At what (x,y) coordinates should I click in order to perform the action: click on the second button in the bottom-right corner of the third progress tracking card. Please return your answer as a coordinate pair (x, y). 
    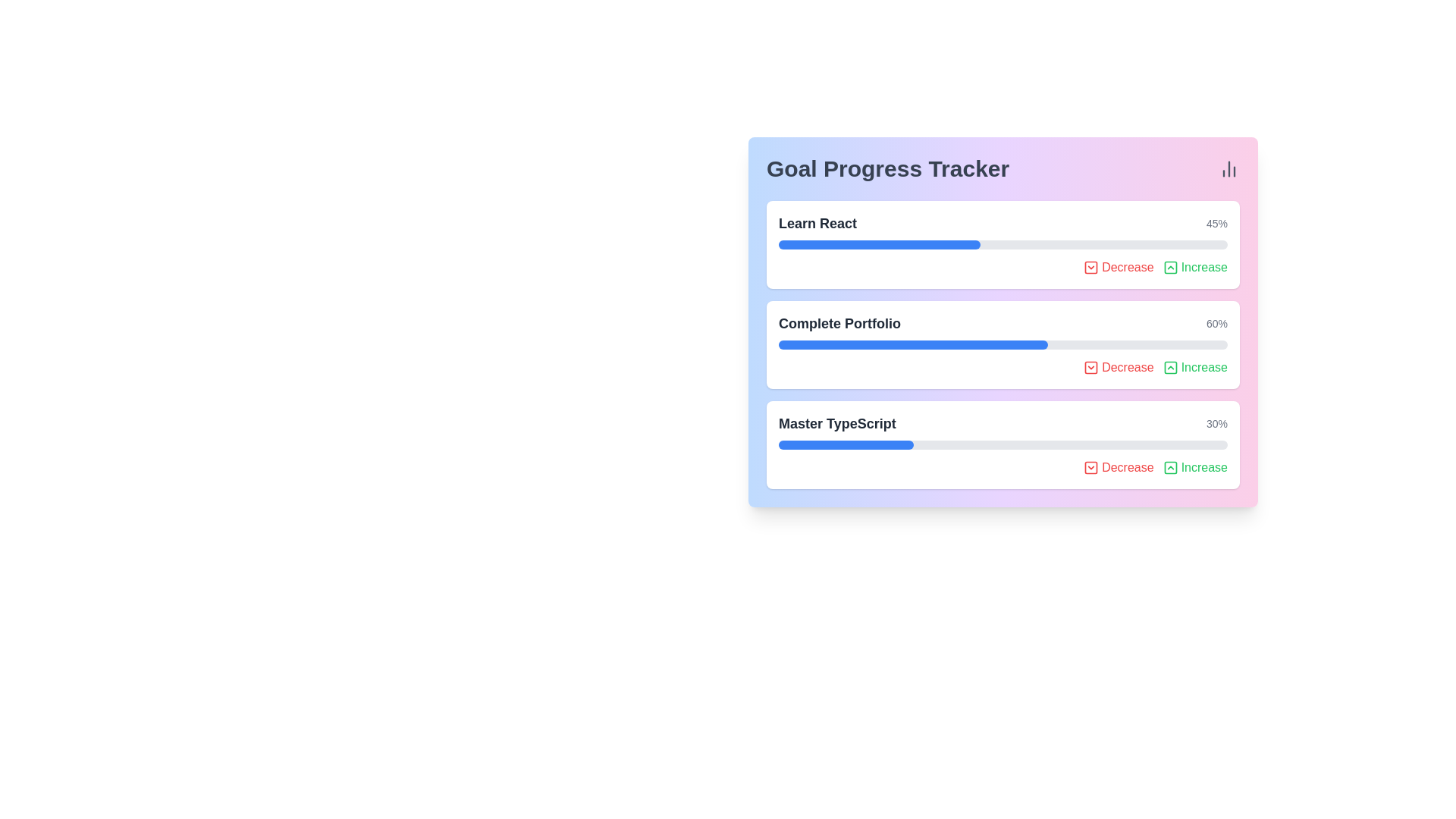
    Looking at the image, I should click on (1194, 467).